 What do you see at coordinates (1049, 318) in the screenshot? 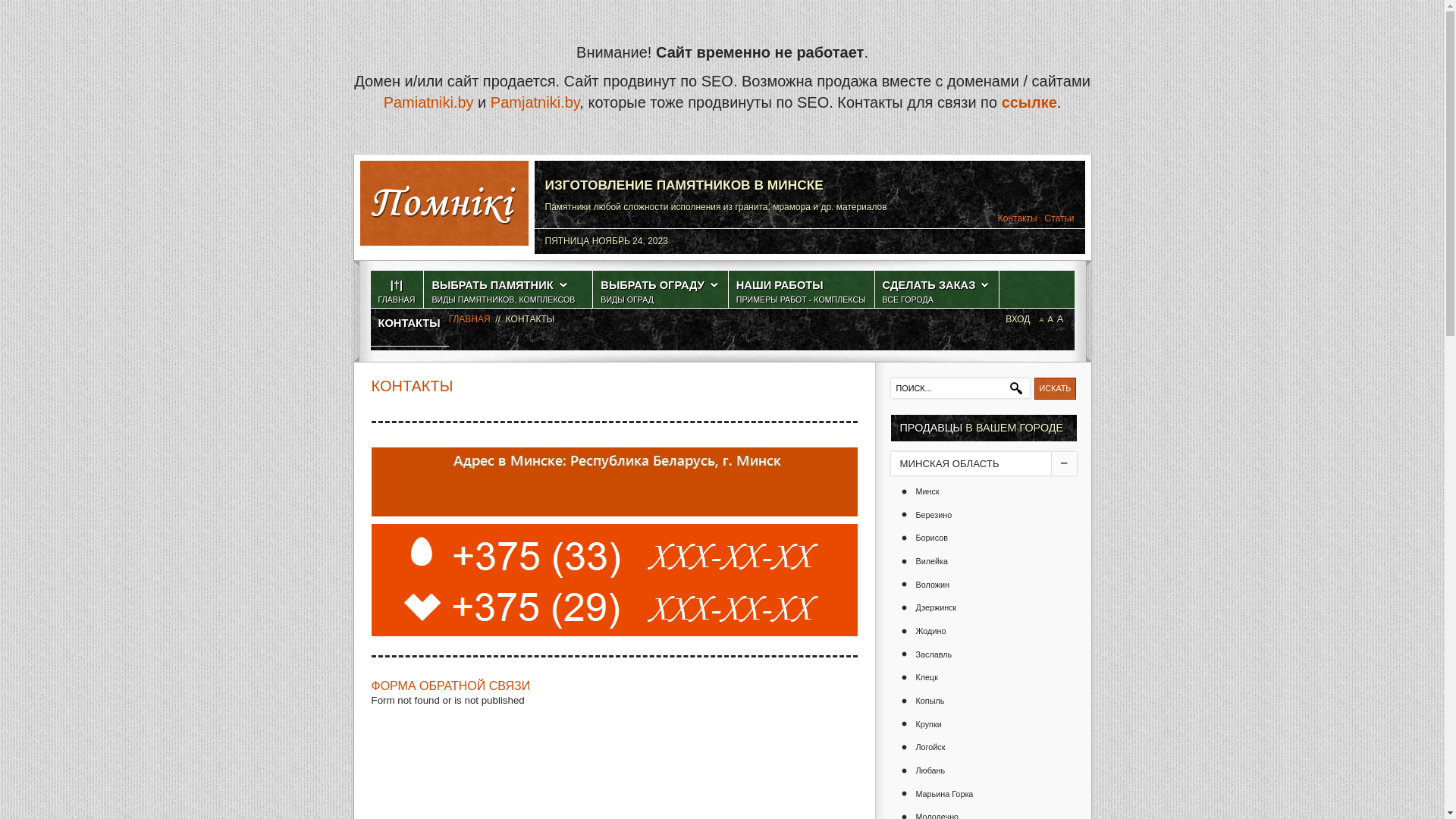
I see `'A'` at bounding box center [1049, 318].